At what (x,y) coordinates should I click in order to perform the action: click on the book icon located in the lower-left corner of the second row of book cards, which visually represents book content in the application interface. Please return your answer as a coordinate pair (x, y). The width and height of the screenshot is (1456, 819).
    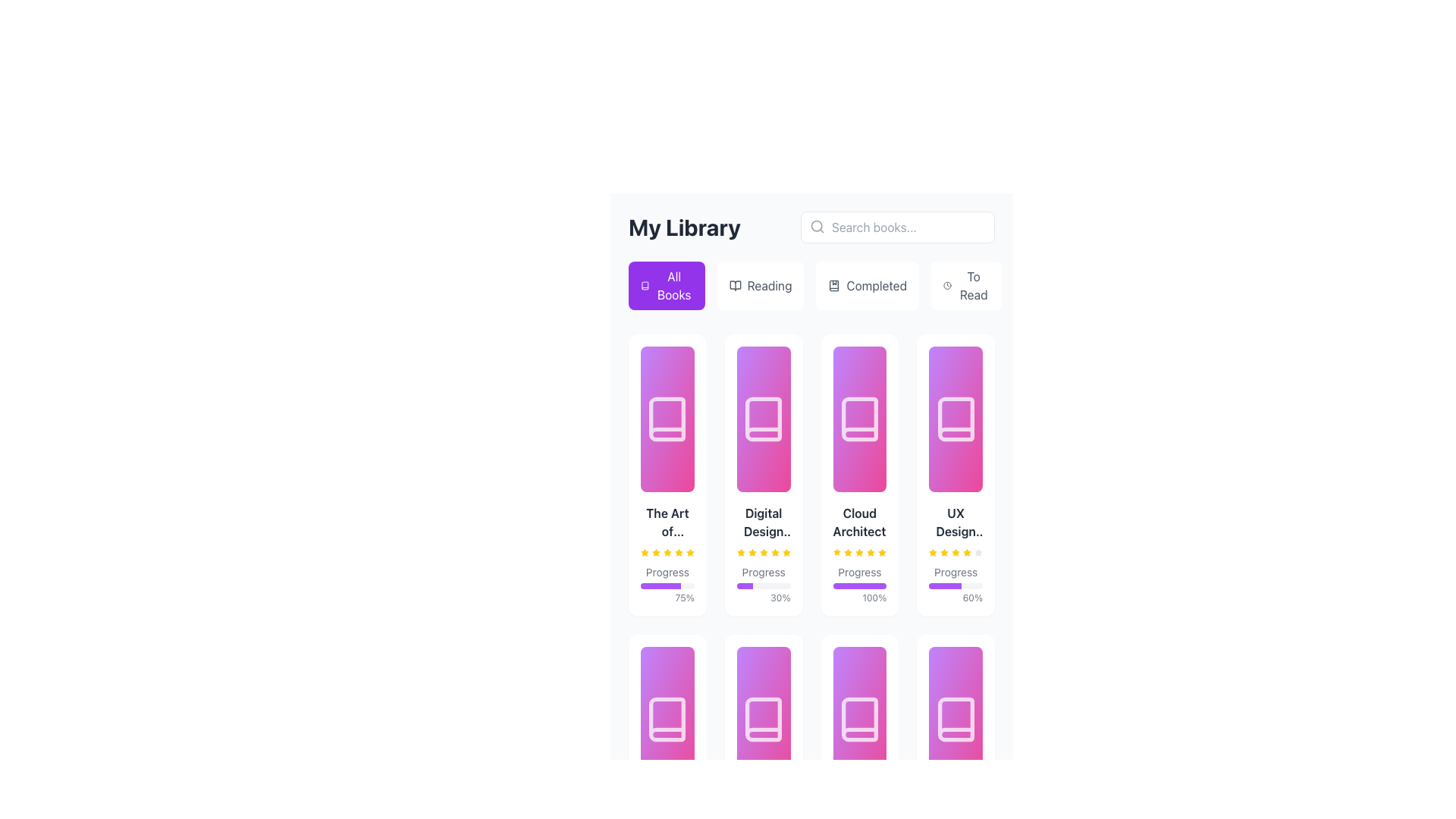
    Looking at the image, I should click on (667, 718).